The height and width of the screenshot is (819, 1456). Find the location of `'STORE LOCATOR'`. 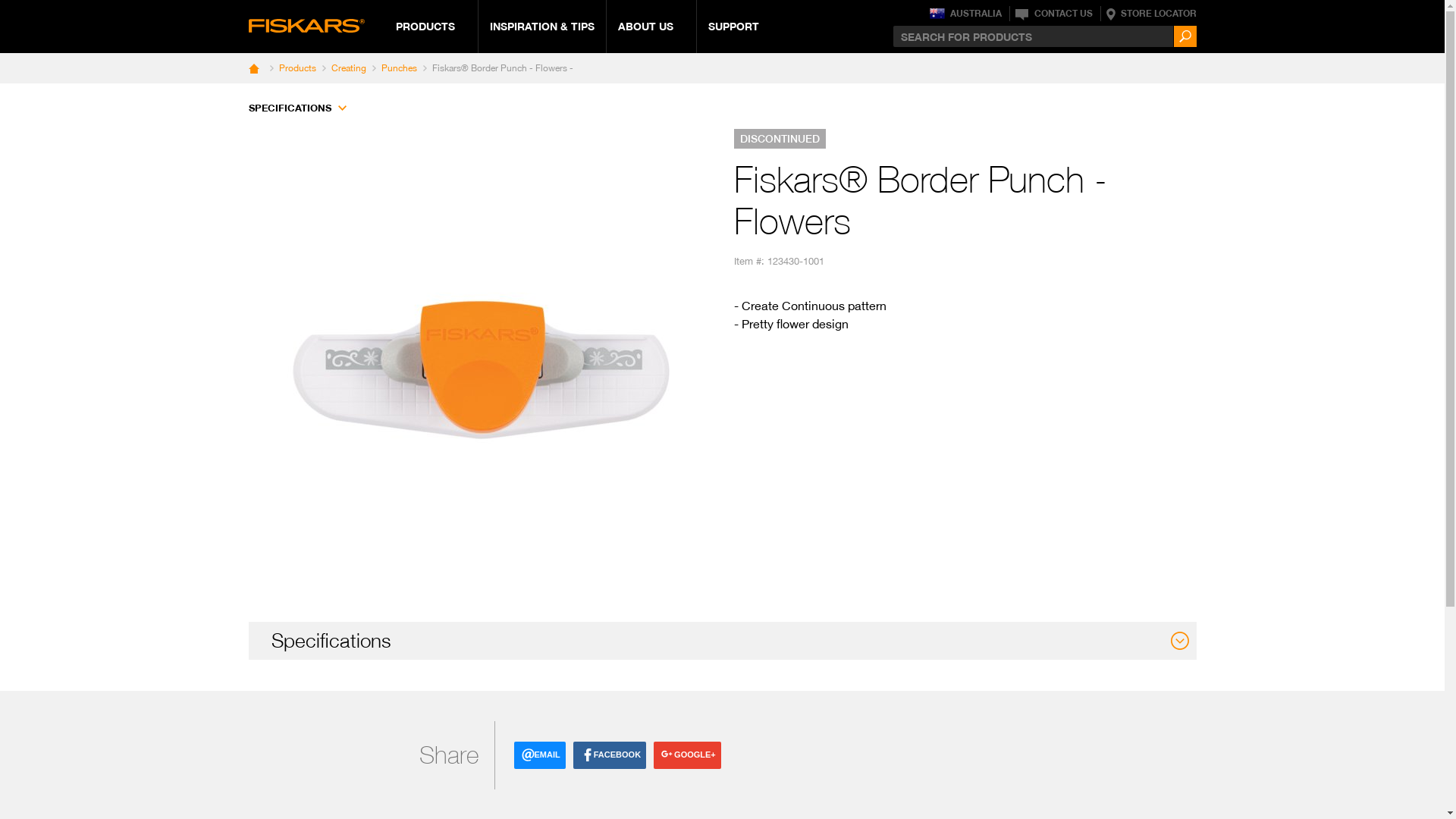

'STORE LOCATOR' is located at coordinates (1150, 14).